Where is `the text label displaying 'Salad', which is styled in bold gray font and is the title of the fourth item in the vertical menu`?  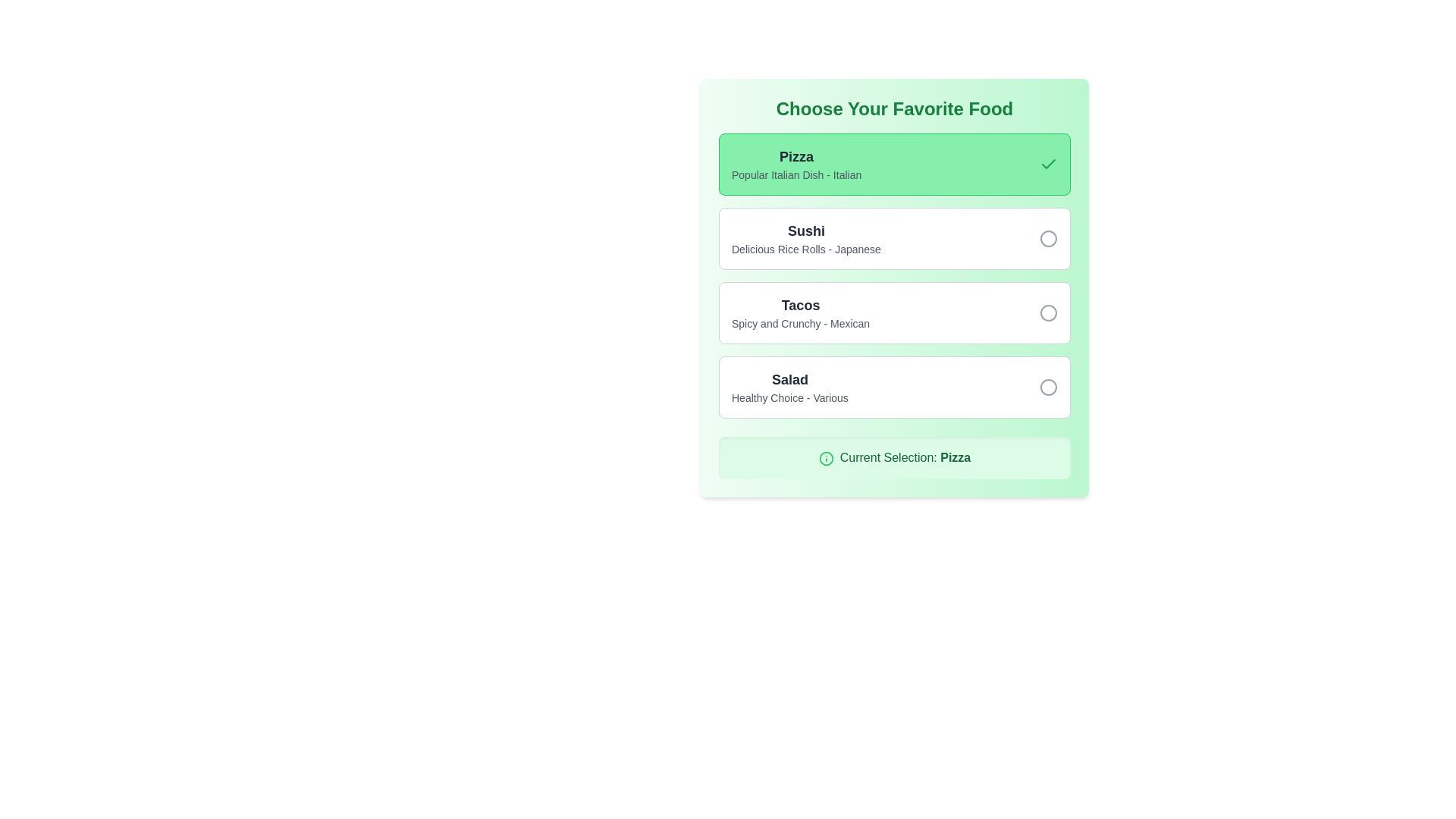 the text label displaying 'Salad', which is styled in bold gray font and is the title of the fourth item in the vertical menu is located at coordinates (789, 379).